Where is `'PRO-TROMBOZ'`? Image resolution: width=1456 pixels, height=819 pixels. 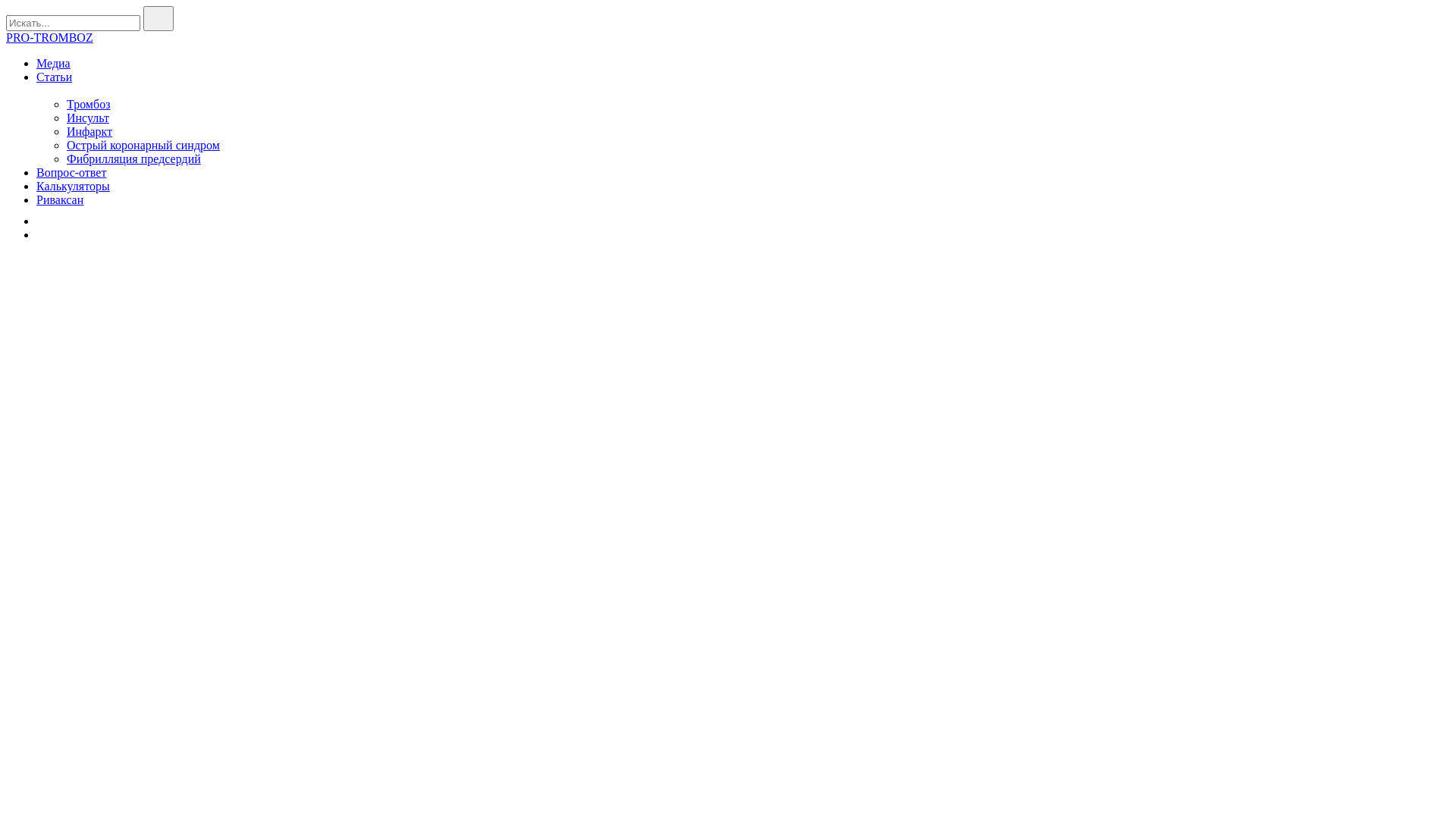
'PRO-TROMBOZ' is located at coordinates (49, 36).